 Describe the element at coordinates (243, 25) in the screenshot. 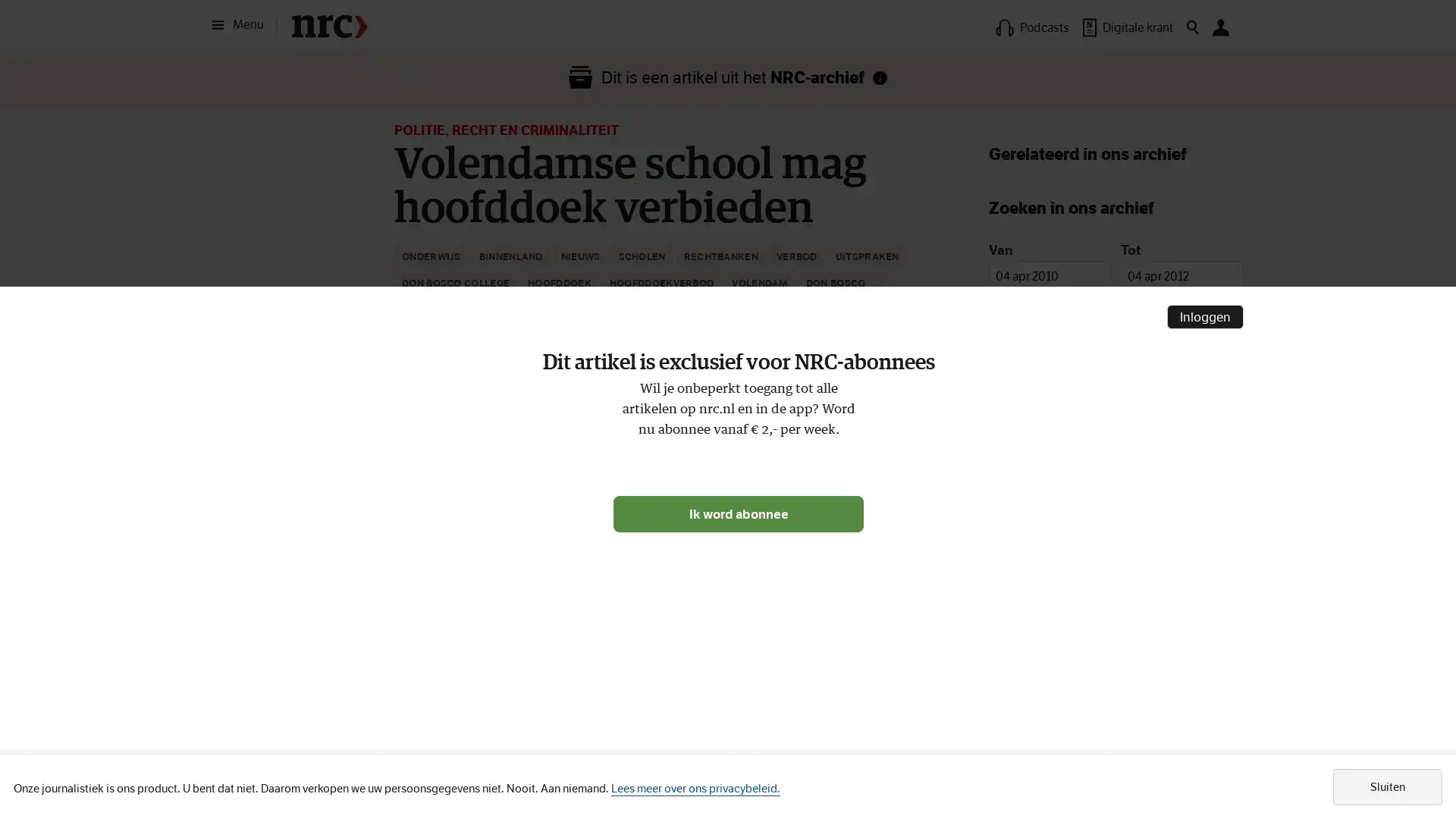

I see `Menu` at that location.